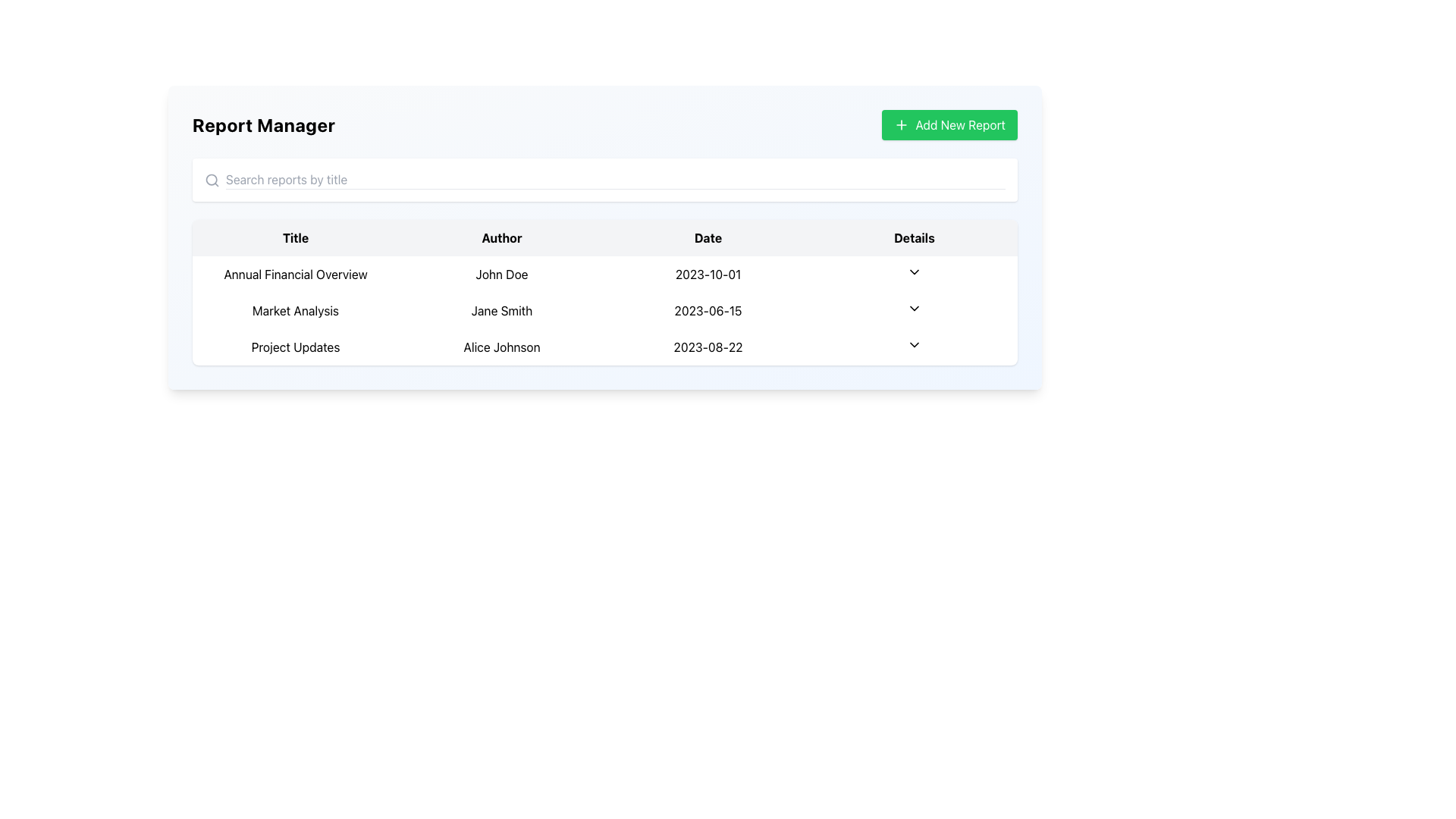  What do you see at coordinates (604, 275) in the screenshot?
I see `the first row in the 'Report Manager' table` at bounding box center [604, 275].